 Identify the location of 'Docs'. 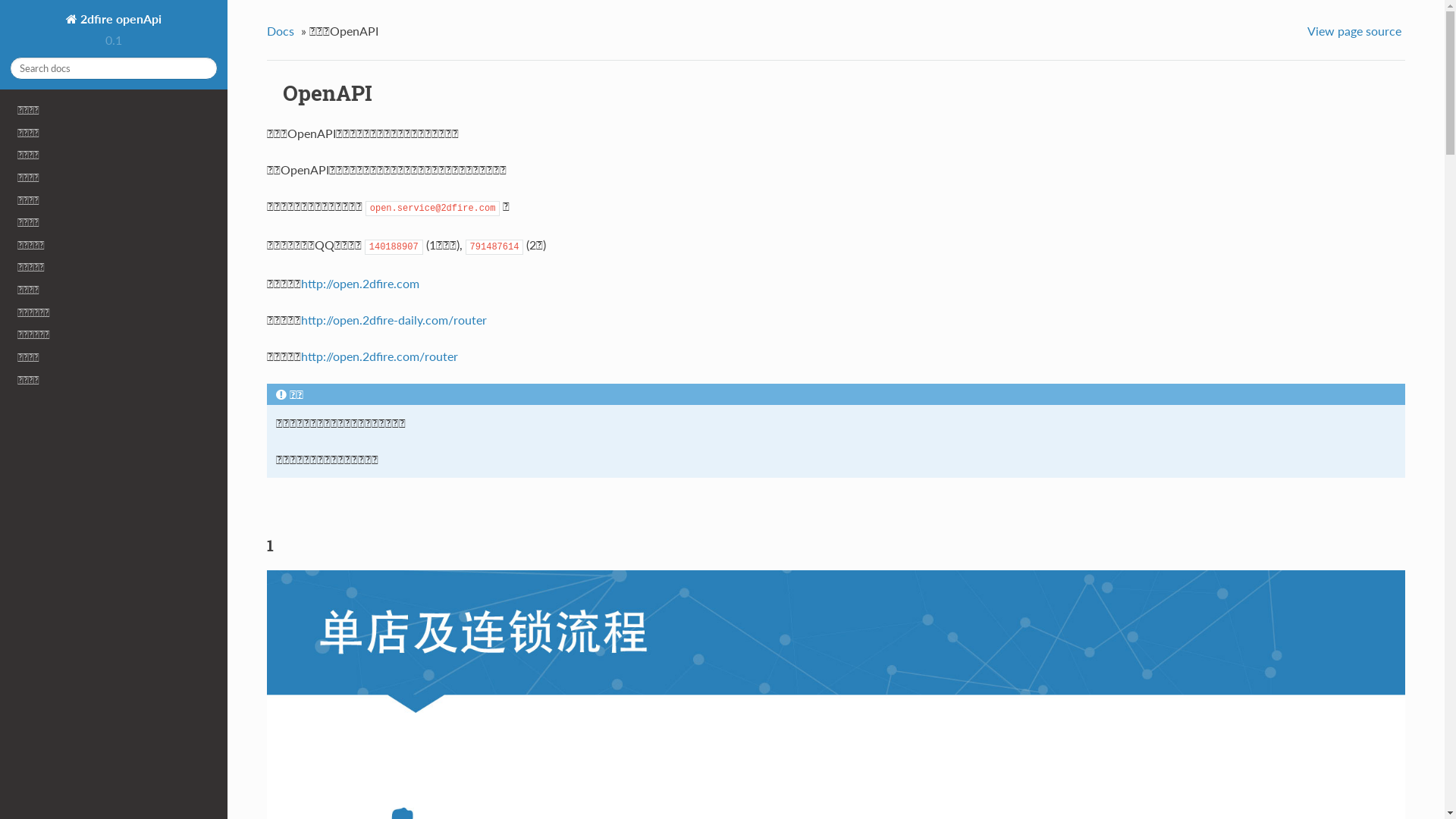
(282, 30).